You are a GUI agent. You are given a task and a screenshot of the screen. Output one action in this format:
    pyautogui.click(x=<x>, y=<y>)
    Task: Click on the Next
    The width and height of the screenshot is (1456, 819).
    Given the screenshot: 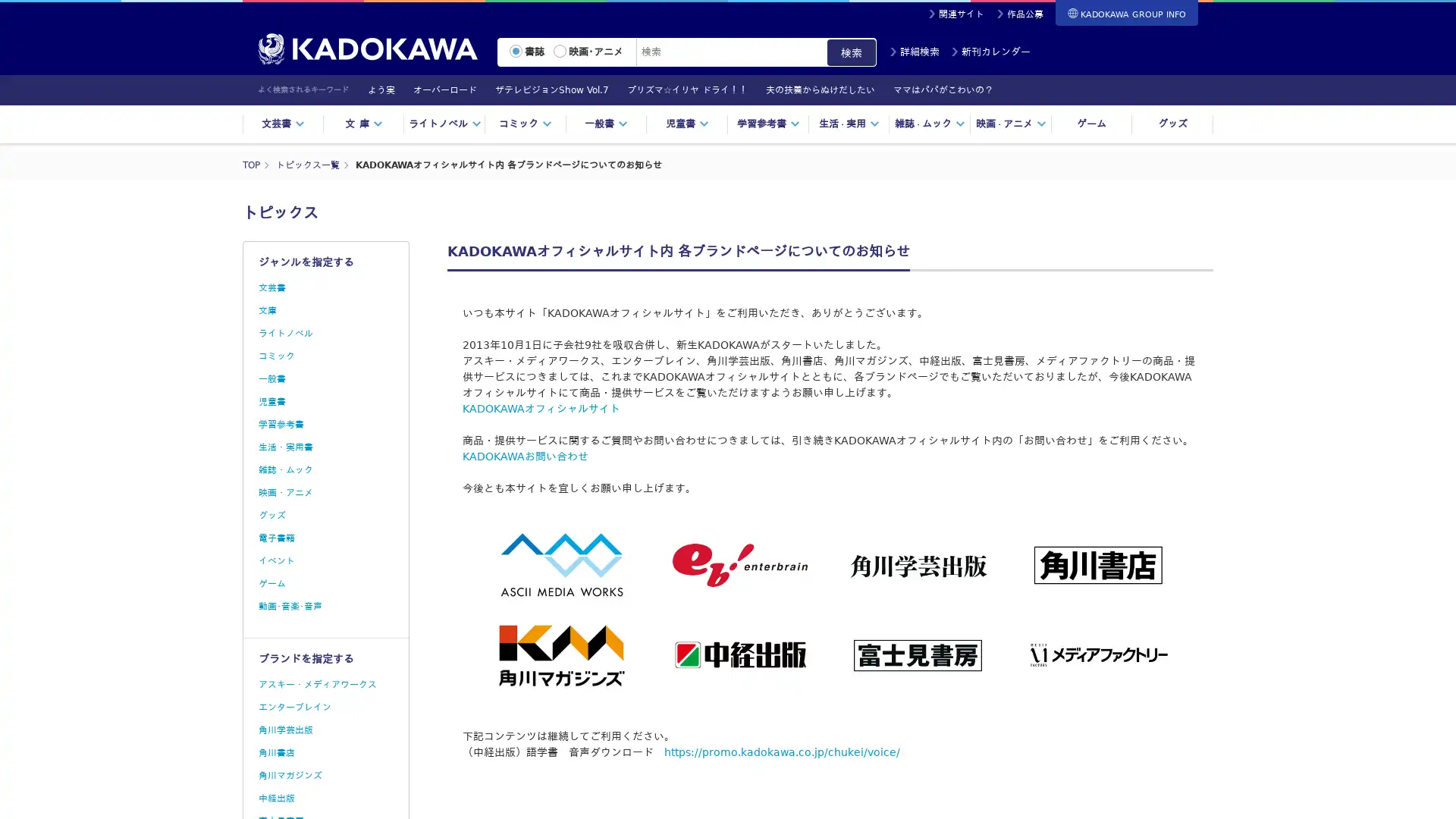 What is the action you would take?
    pyautogui.click(x=1208, y=90)
    